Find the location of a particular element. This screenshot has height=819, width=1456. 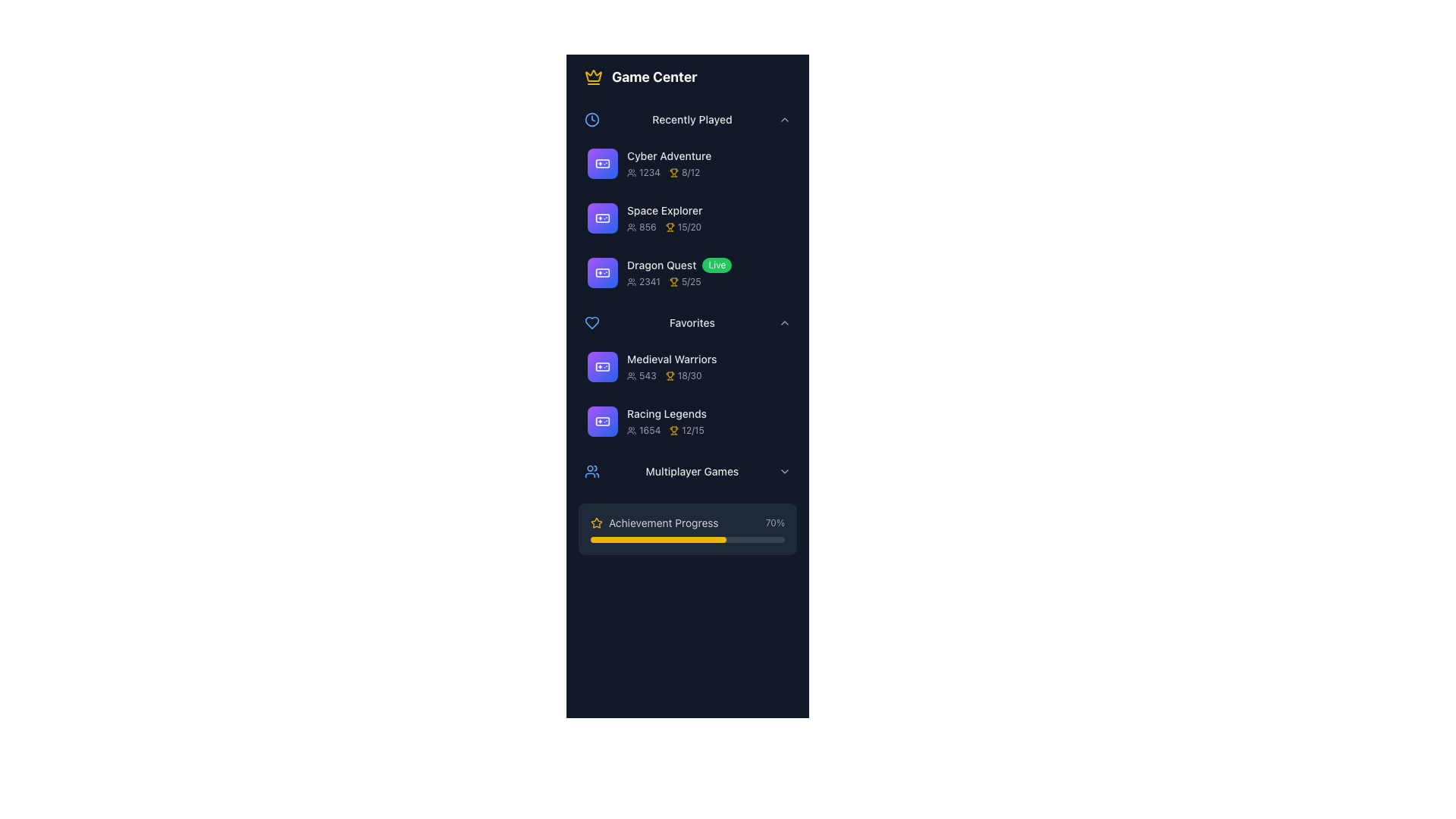

the text label with accompanying icon that represents the player count in the 'Recently Played' section is located at coordinates (644, 281).